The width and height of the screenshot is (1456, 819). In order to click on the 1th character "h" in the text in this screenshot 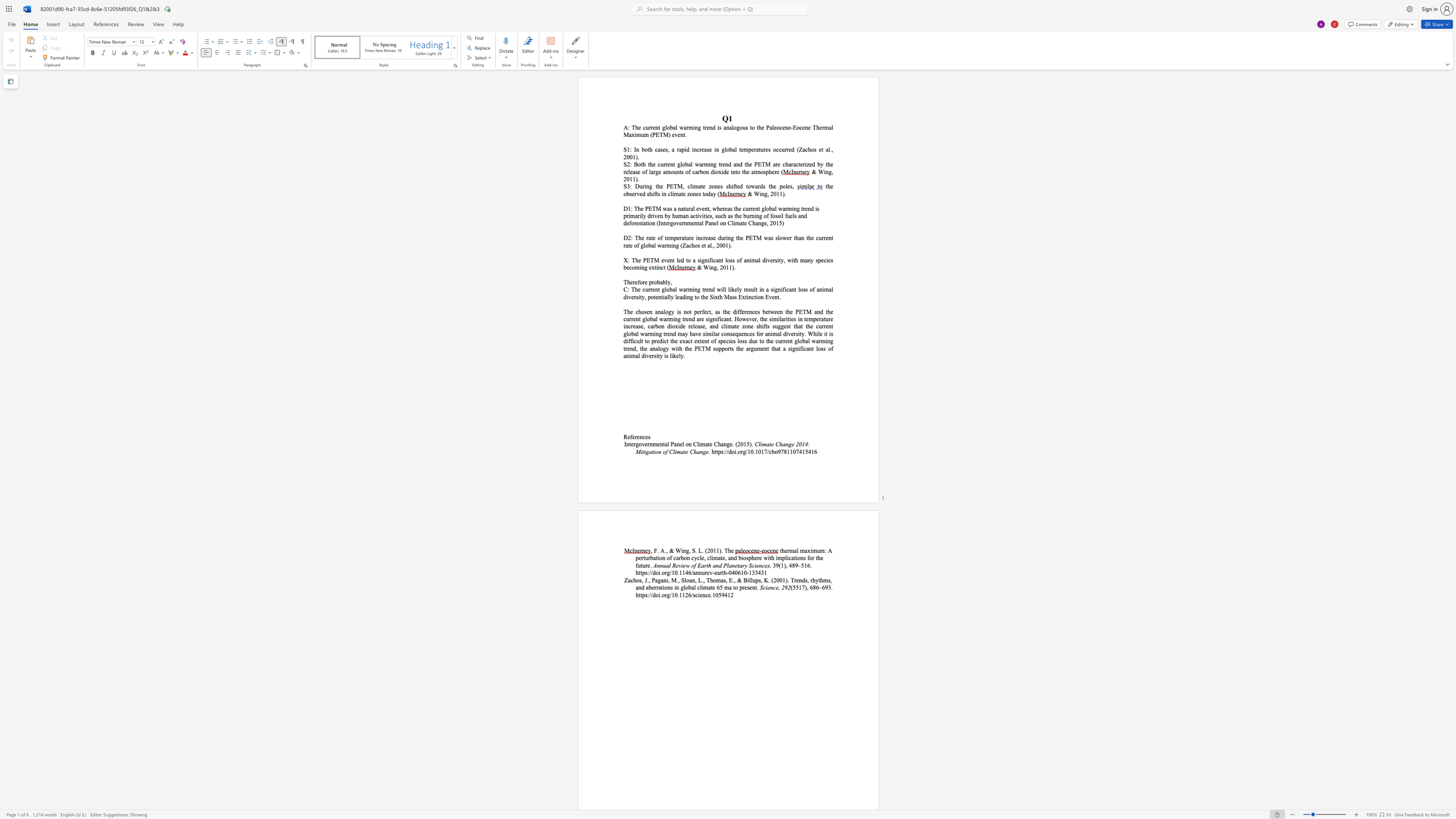, I will do `click(640, 237)`.